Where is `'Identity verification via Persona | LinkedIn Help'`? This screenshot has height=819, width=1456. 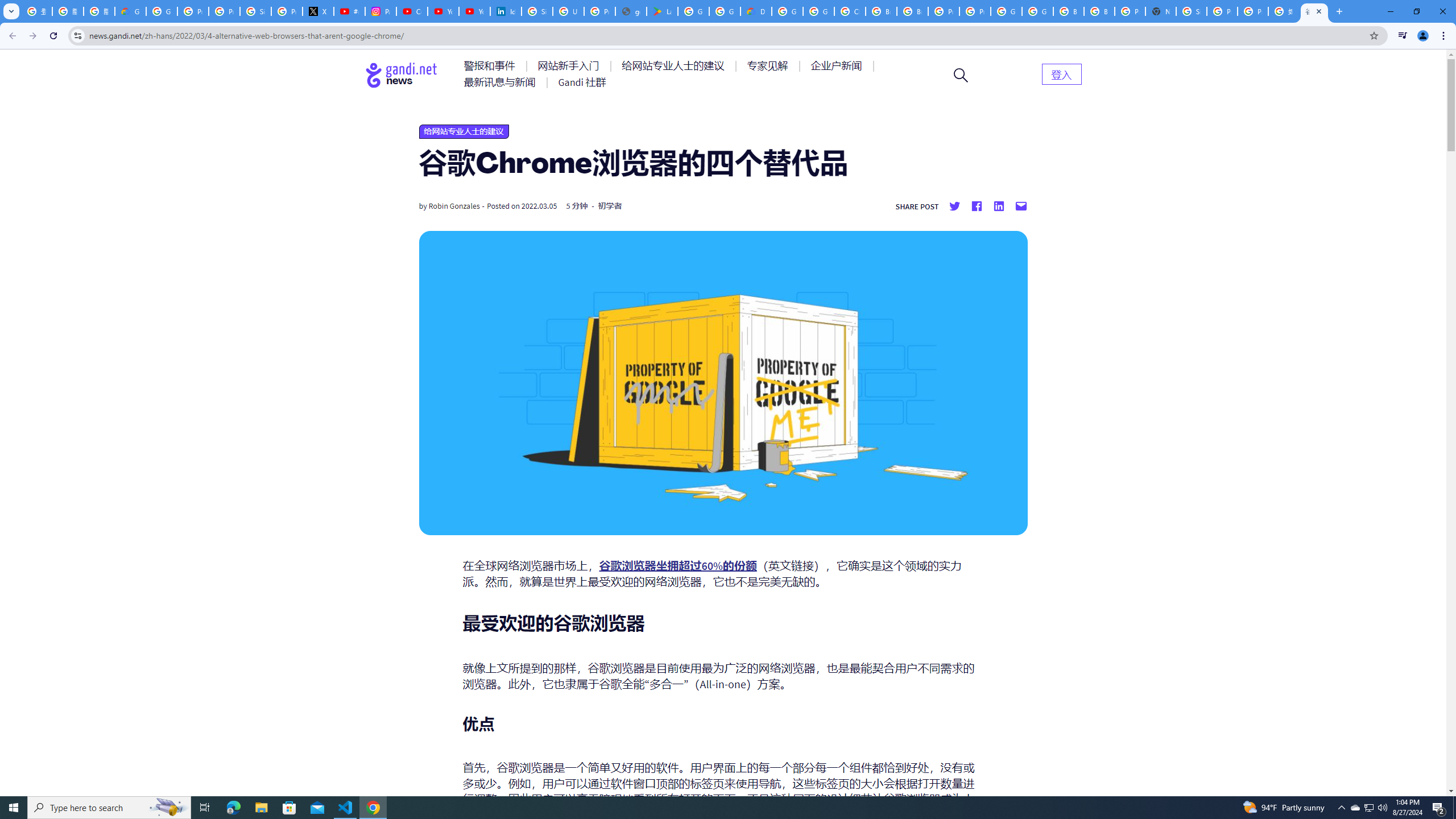
'Identity verification via Persona | LinkedIn Help' is located at coordinates (505, 11).